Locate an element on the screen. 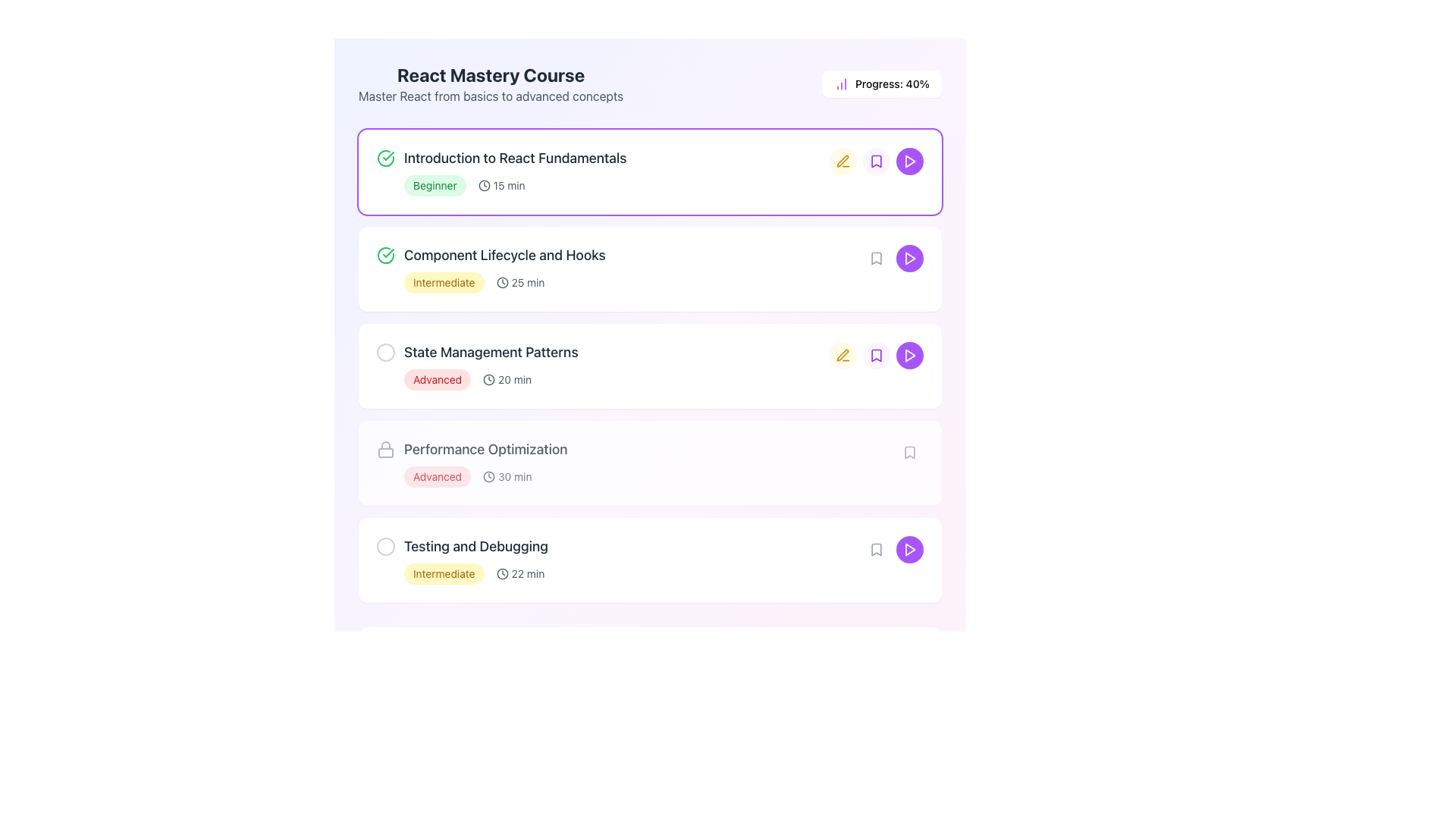 This screenshot has height=819, width=1456. the triangular play button inside the purple circular button located to the right of the 'Introduction to React Fundamentals' course entry is located at coordinates (910, 257).